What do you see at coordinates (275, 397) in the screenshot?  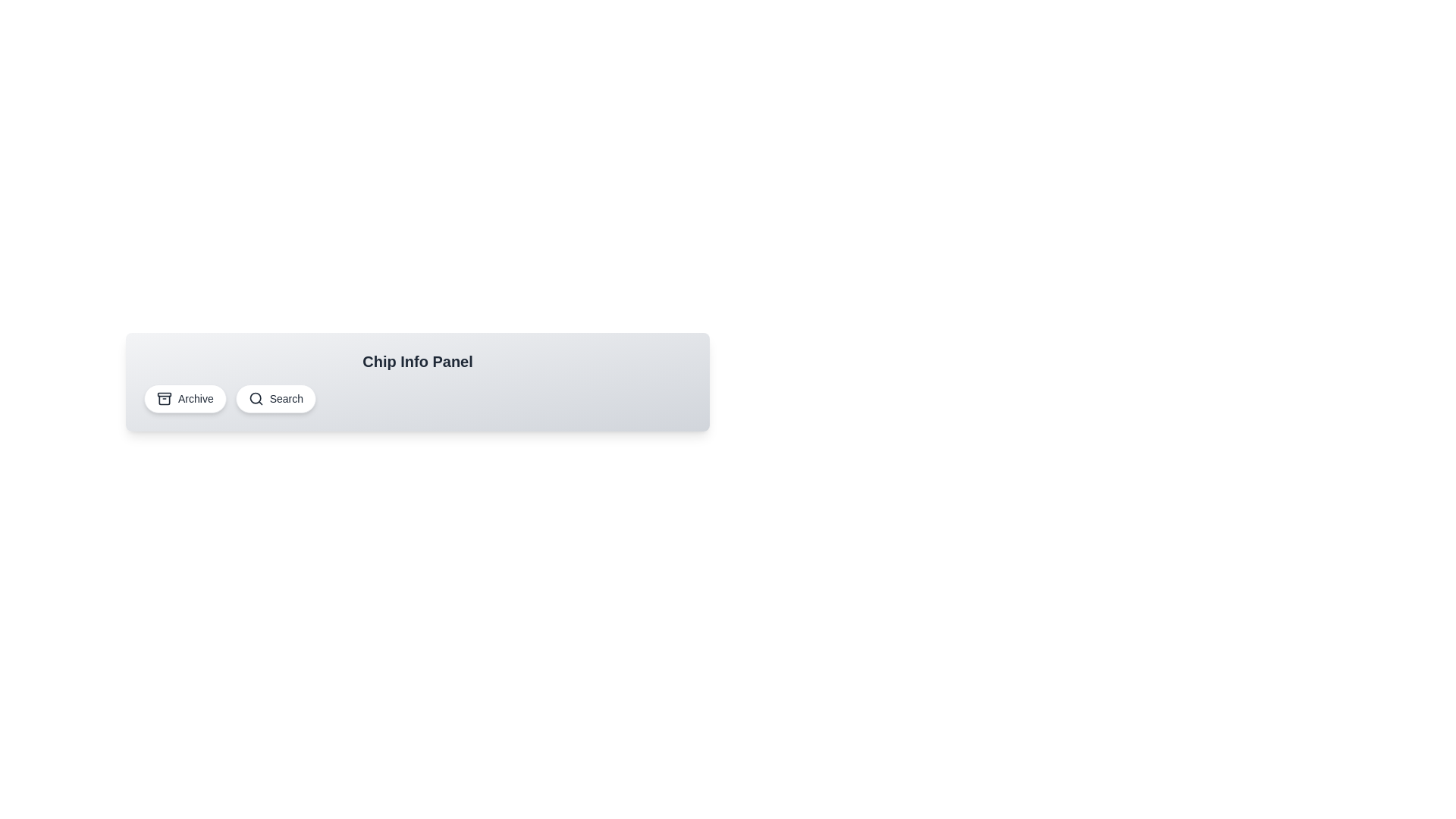 I see `the chip labeled Search to display its information` at bounding box center [275, 397].